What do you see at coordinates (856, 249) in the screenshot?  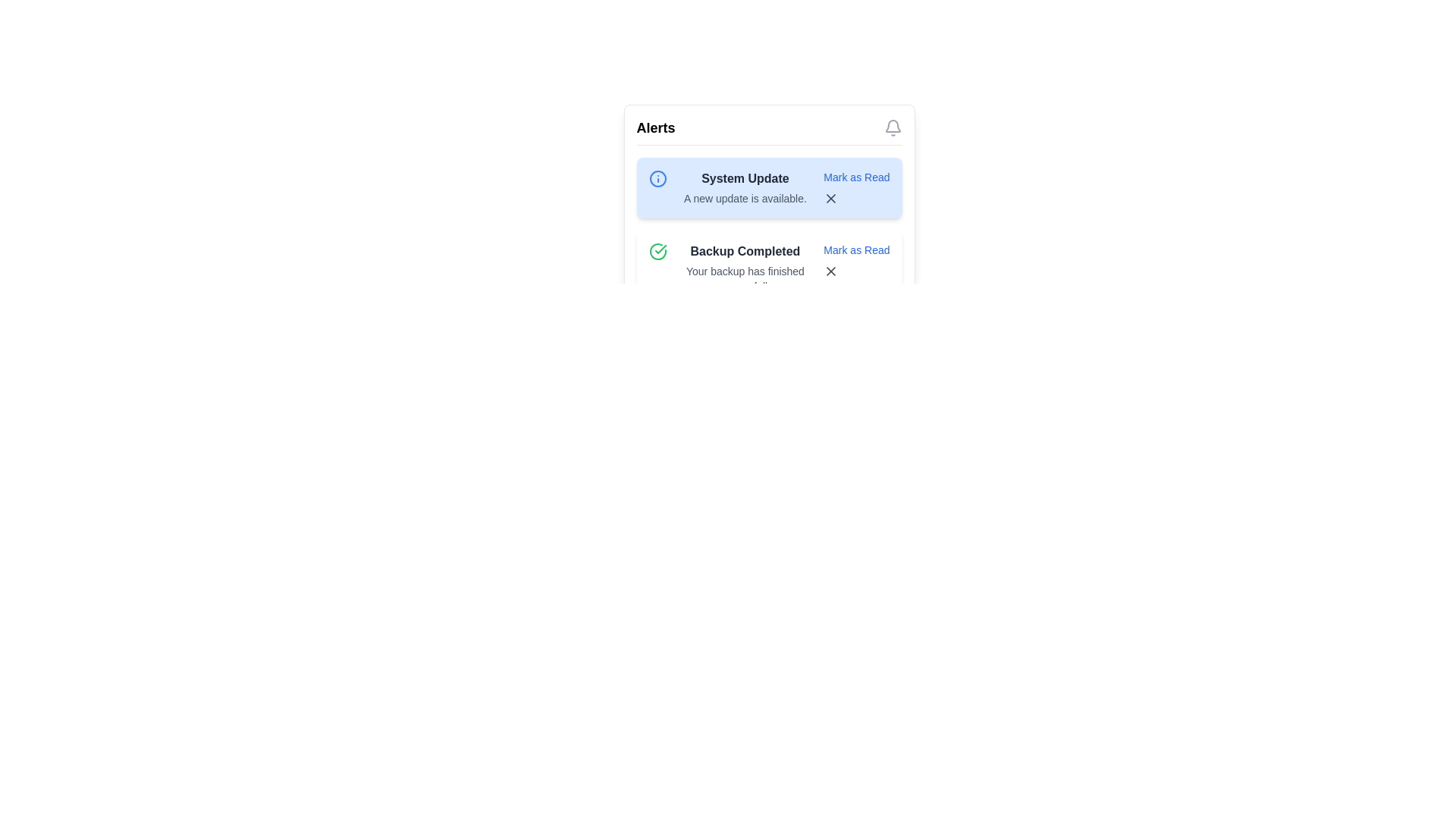 I see `the 'Mark as Read' text button, which is styled in blue and appears beside the 'Backup Completed' notification entry` at bounding box center [856, 249].